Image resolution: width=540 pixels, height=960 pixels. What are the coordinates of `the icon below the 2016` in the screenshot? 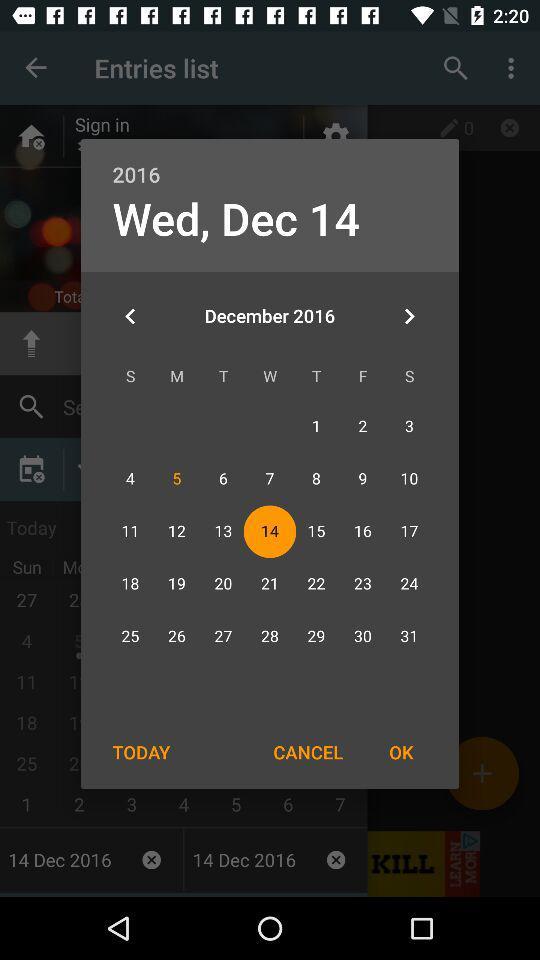 It's located at (408, 316).